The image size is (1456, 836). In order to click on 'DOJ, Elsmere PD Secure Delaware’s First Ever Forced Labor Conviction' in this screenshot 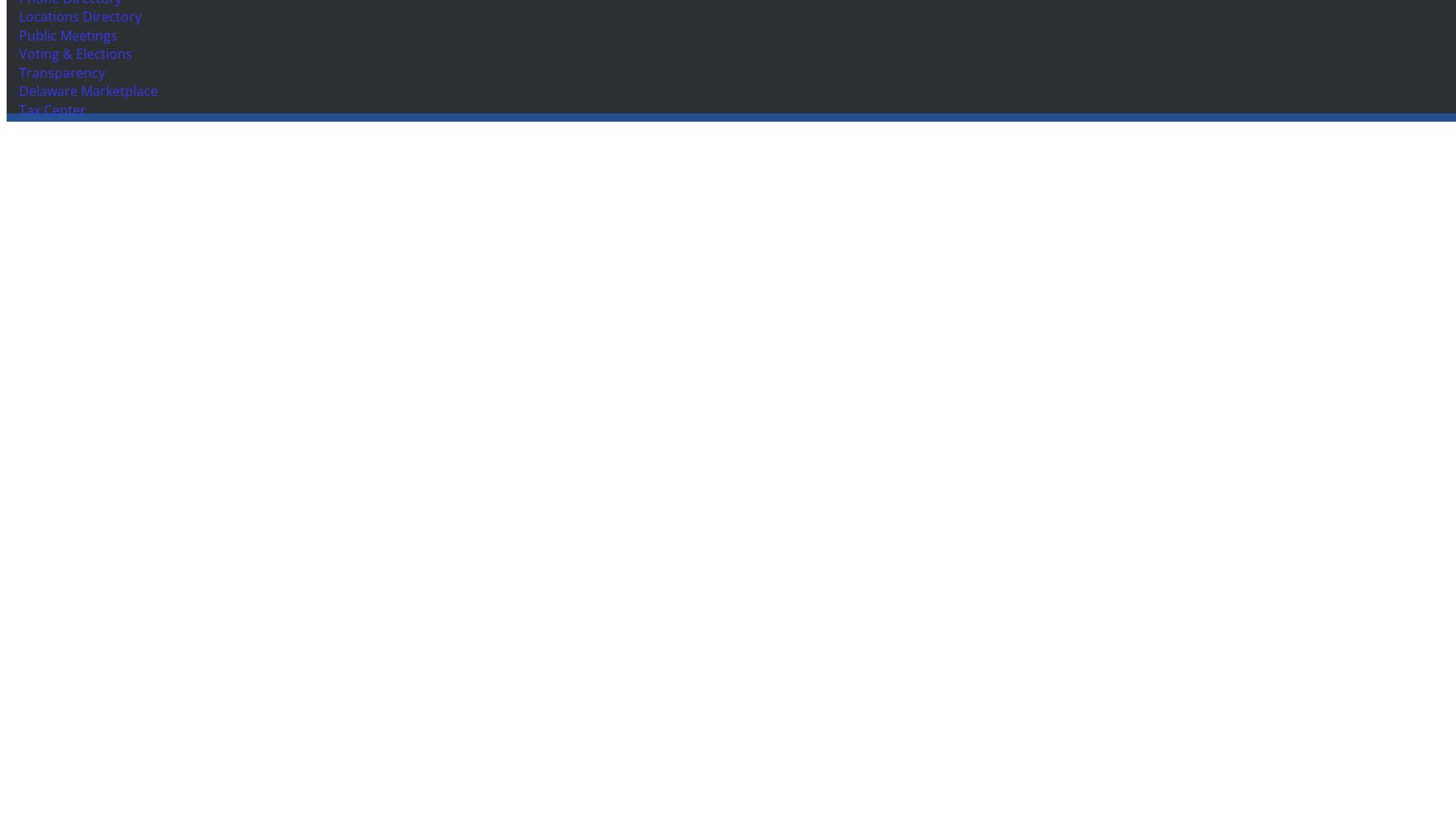, I will do `click(118, 283)`.